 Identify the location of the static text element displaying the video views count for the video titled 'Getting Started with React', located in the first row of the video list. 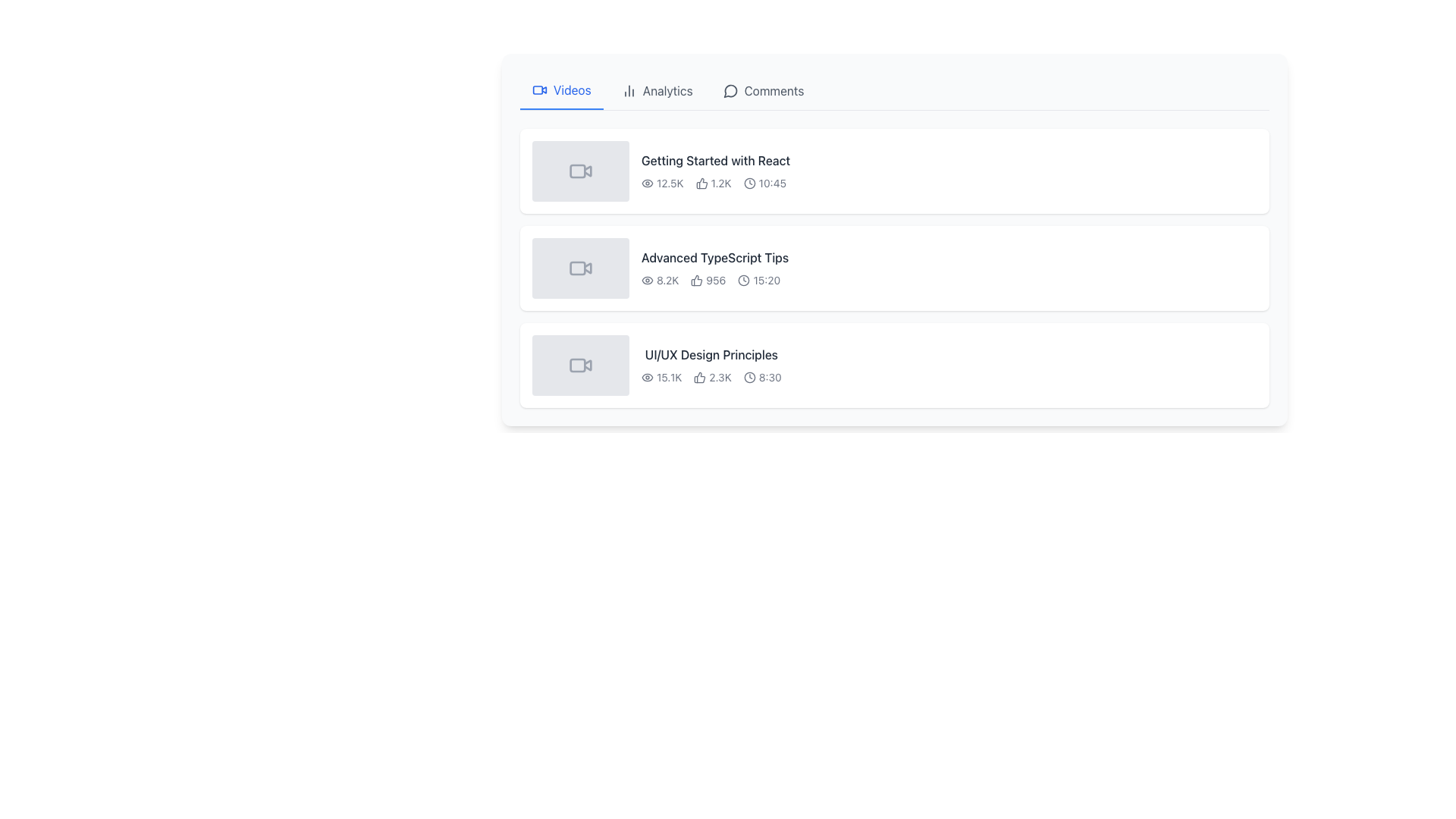
(662, 183).